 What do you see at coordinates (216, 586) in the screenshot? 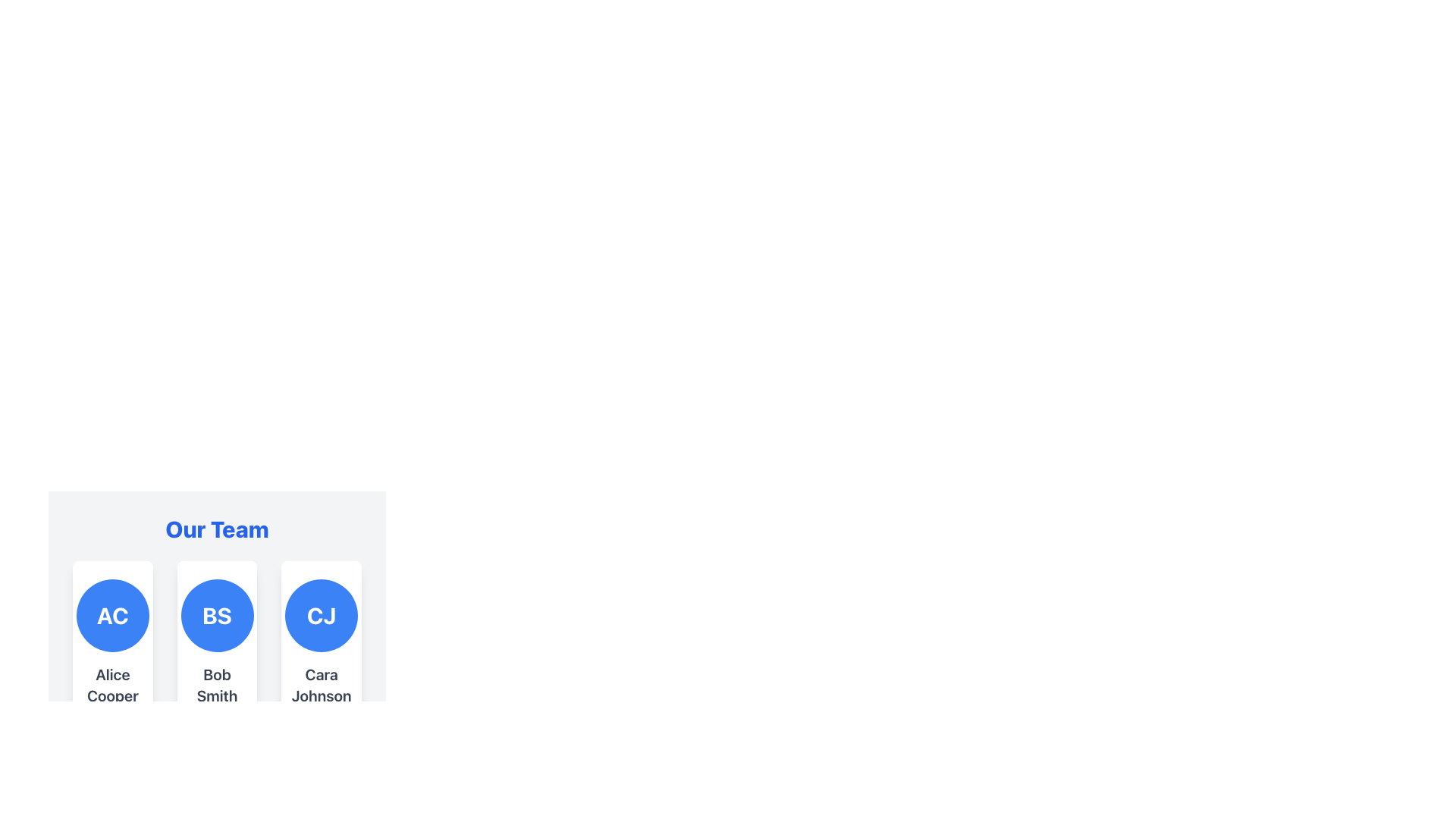
I see `keyboard navigation` at bounding box center [216, 586].